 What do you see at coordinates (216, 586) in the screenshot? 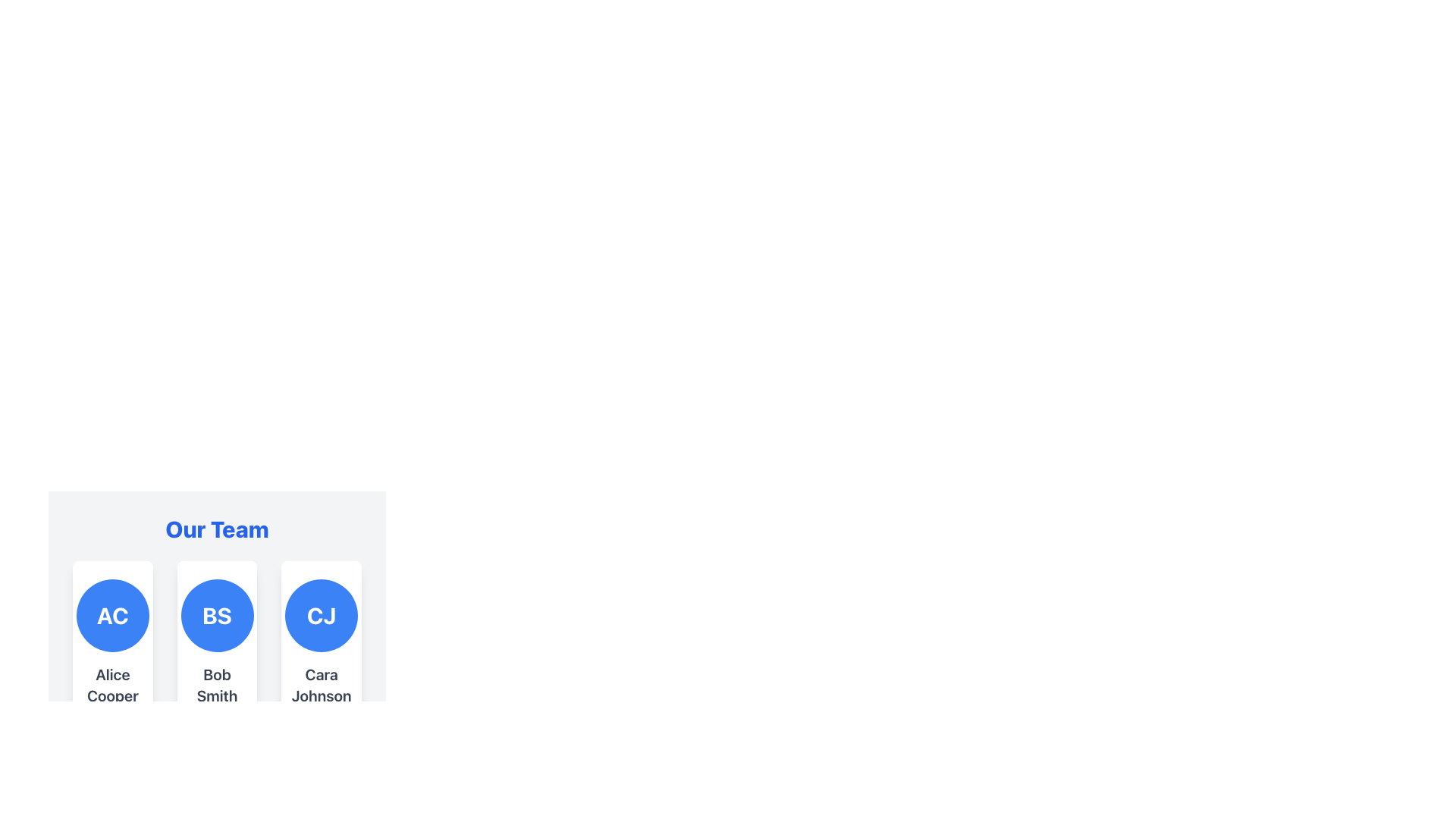
I see `keyboard navigation` at bounding box center [216, 586].